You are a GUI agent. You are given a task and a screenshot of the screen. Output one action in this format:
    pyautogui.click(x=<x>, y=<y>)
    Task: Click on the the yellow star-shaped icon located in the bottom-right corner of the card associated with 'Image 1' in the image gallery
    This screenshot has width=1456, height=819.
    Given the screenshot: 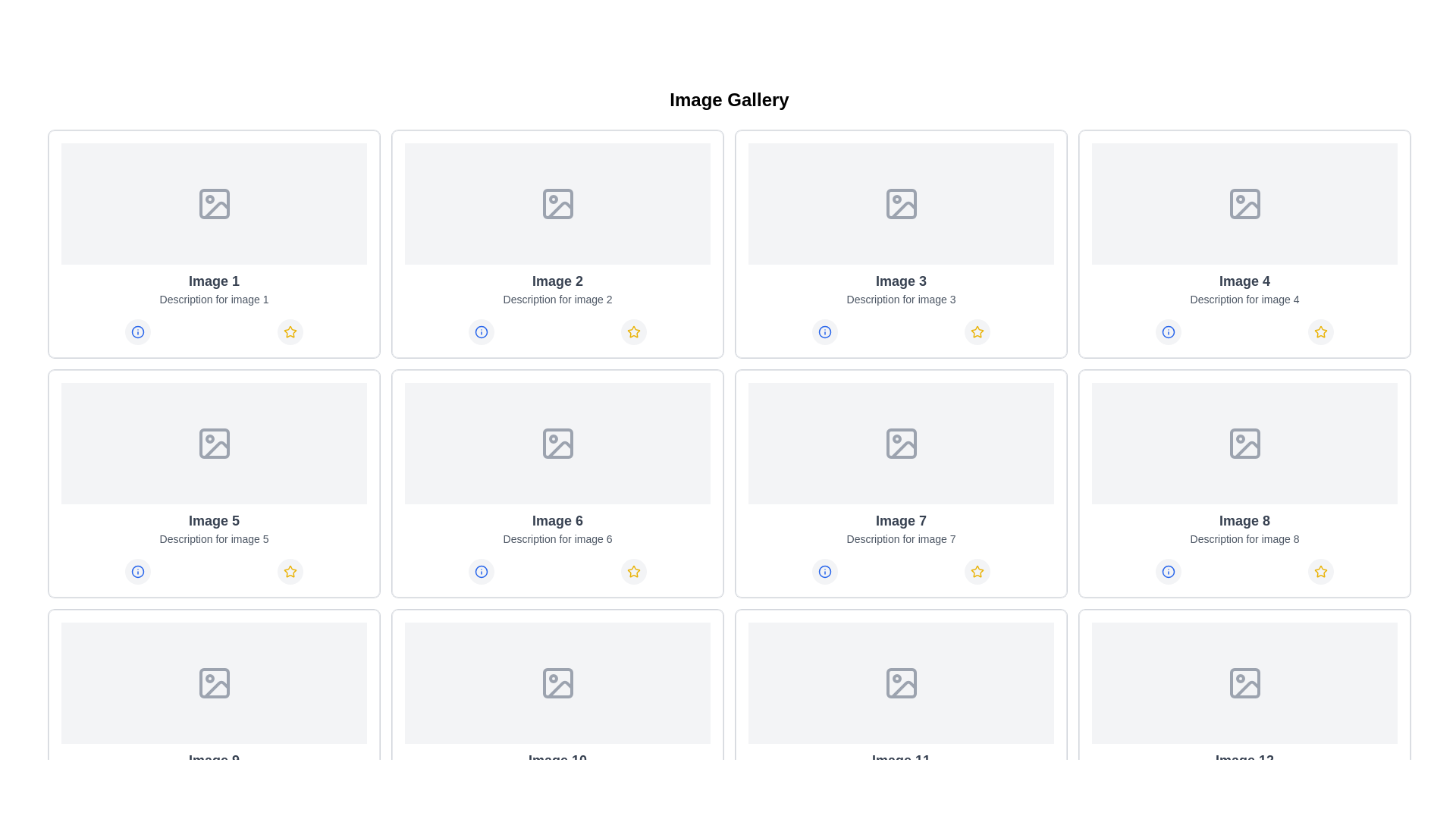 What is the action you would take?
    pyautogui.click(x=290, y=331)
    